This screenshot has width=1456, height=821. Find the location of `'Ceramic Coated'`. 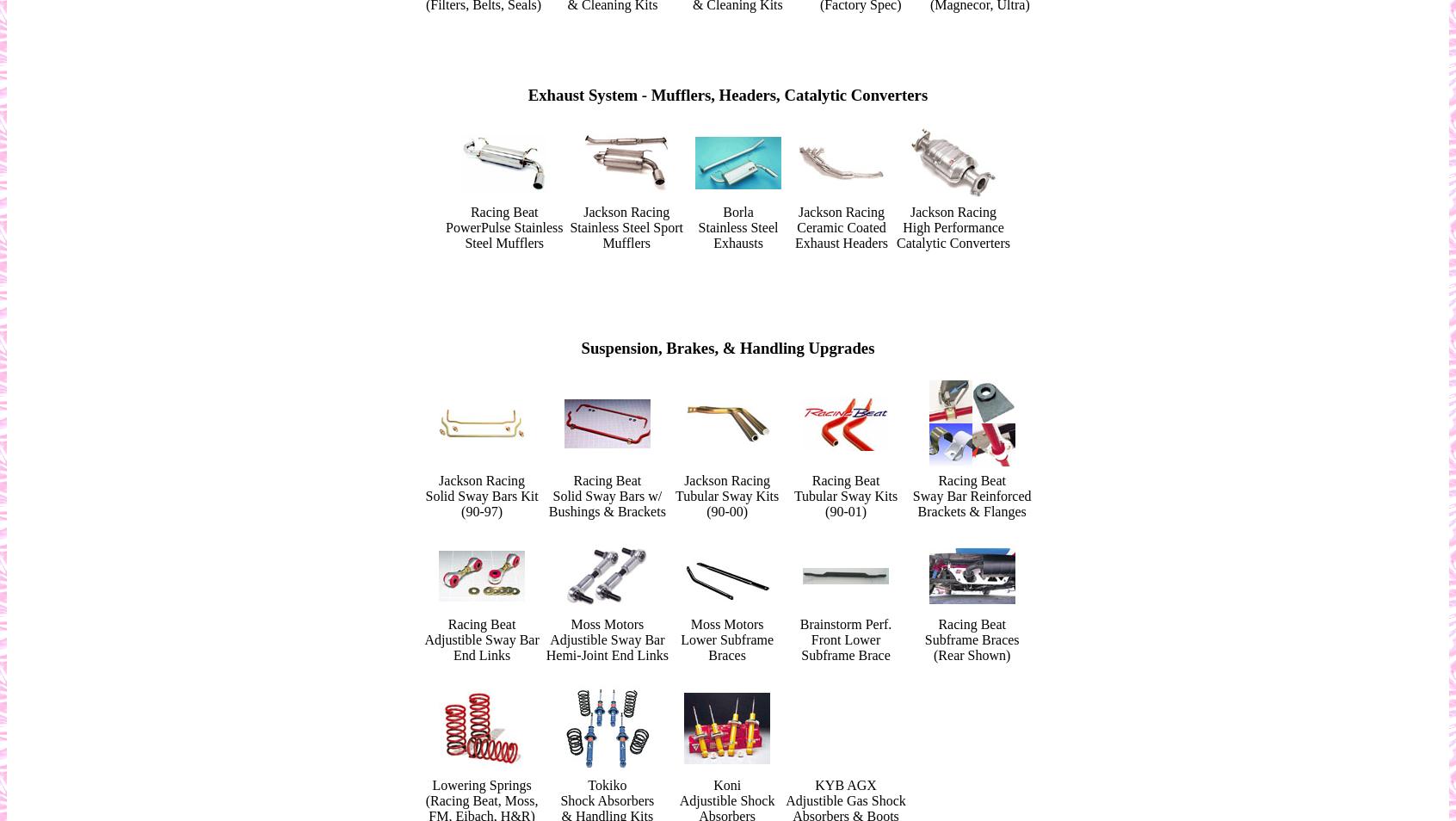

'Ceramic Coated' is located at coordinates (797, 227).